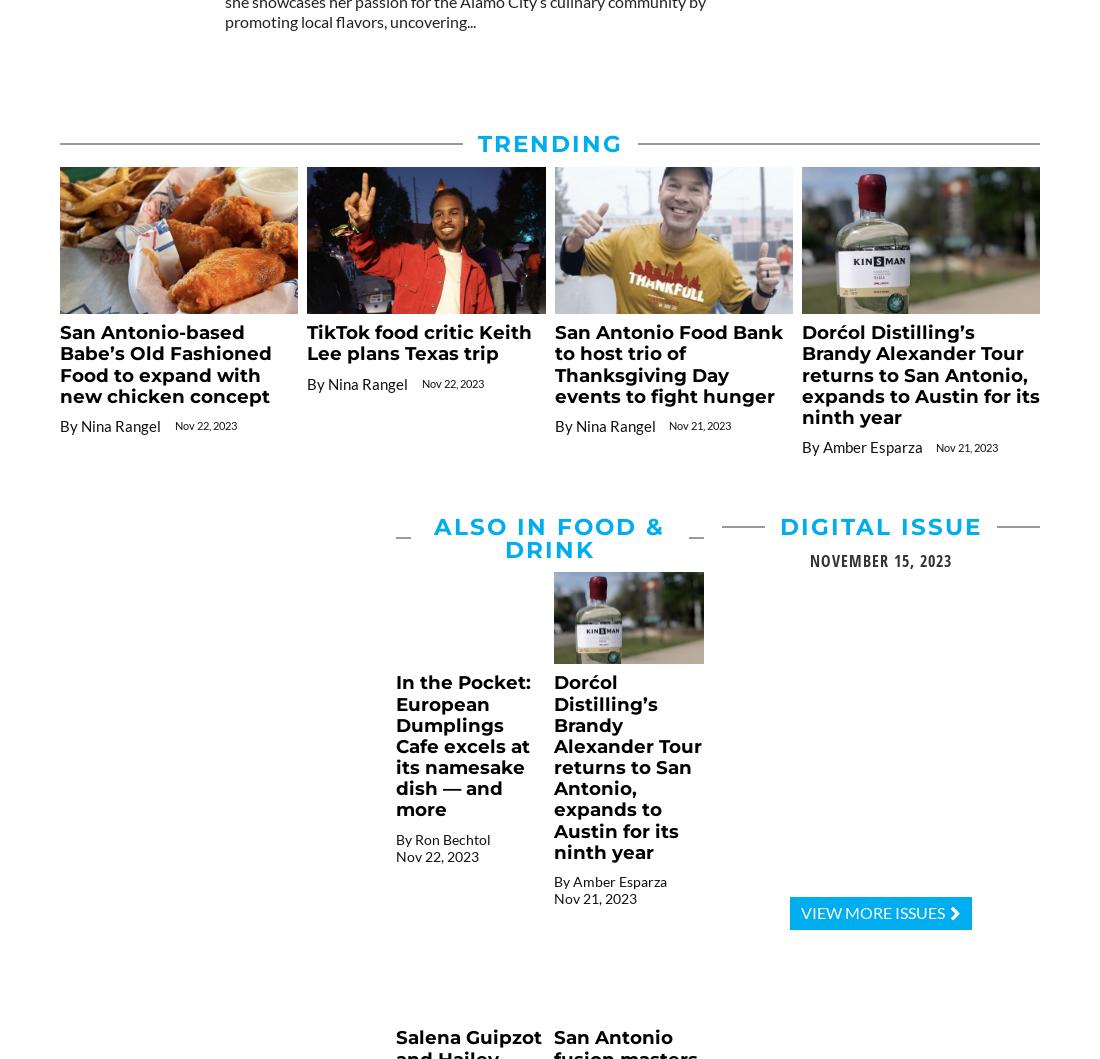 This screenshot has height=1059, width=1100. I want to click on 'November 15, 2023', so click(879, 558).